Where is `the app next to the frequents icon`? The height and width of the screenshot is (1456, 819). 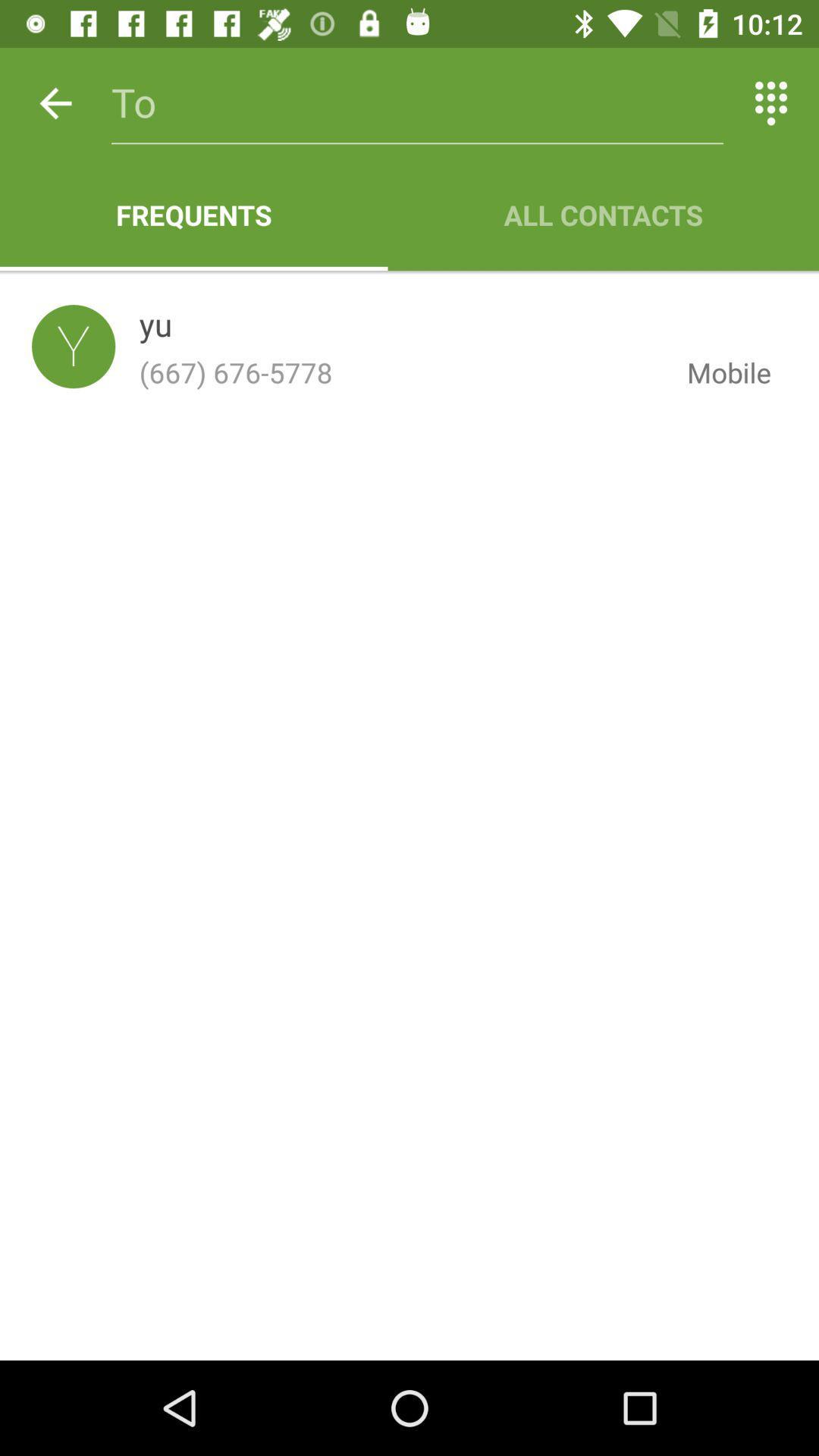 the app next to the frequents icon is located at coordinates (602, 214).